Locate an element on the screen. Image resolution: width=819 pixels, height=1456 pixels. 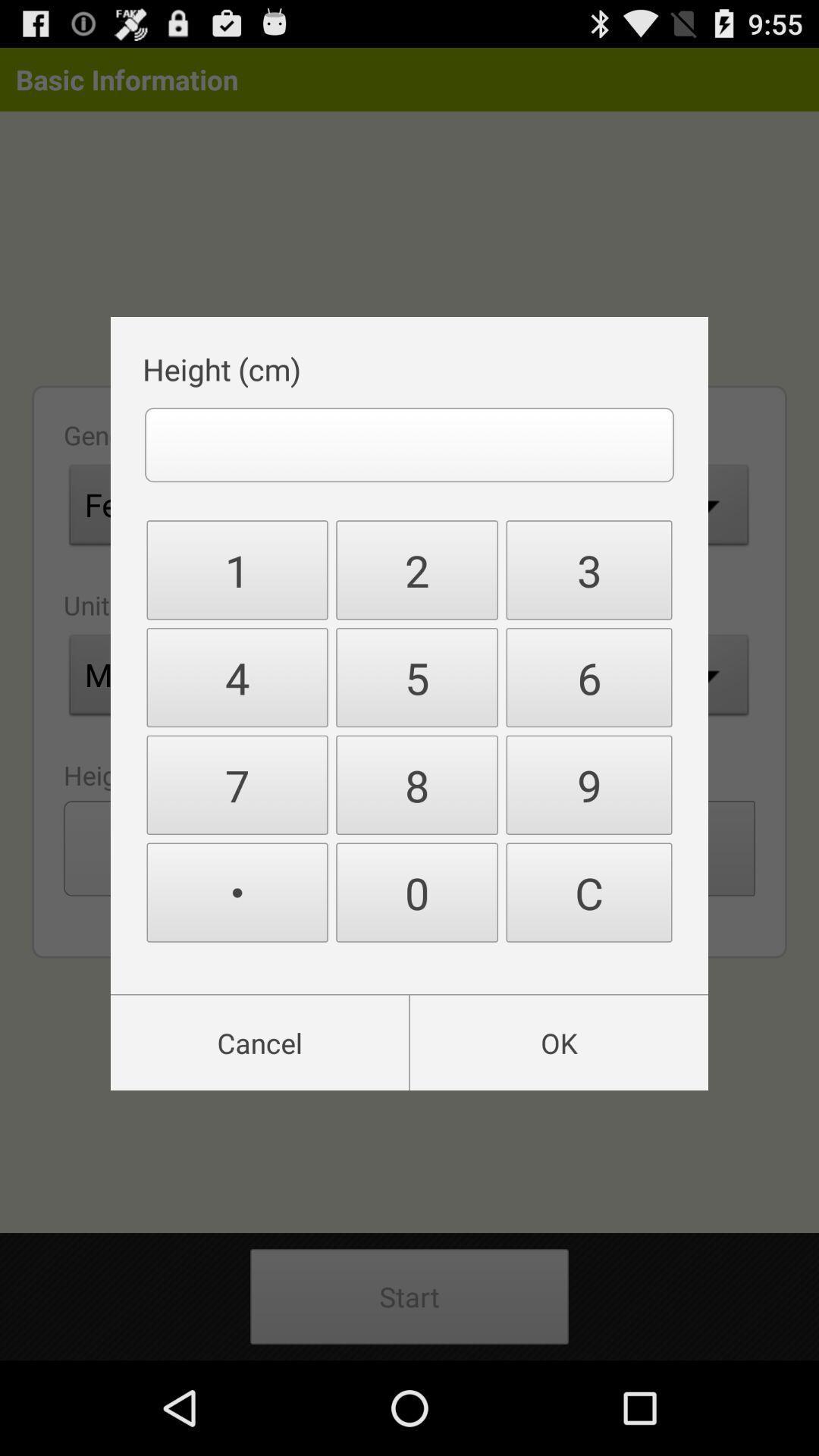
the button next to 4 button is located at coordinates (417, 785).